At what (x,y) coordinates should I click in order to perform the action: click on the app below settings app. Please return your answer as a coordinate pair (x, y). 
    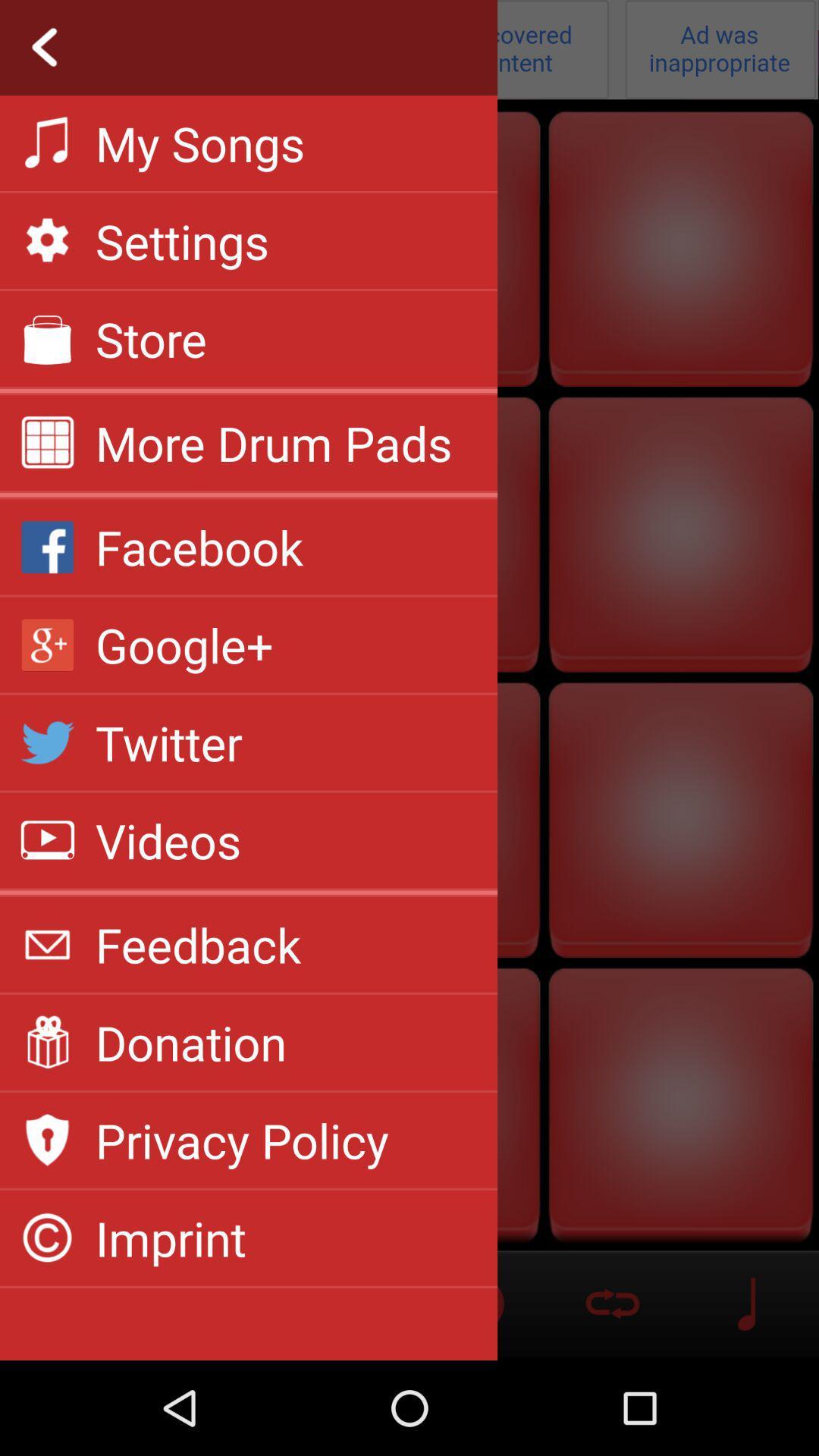
    Looking at the image, I should click on (151, 337).